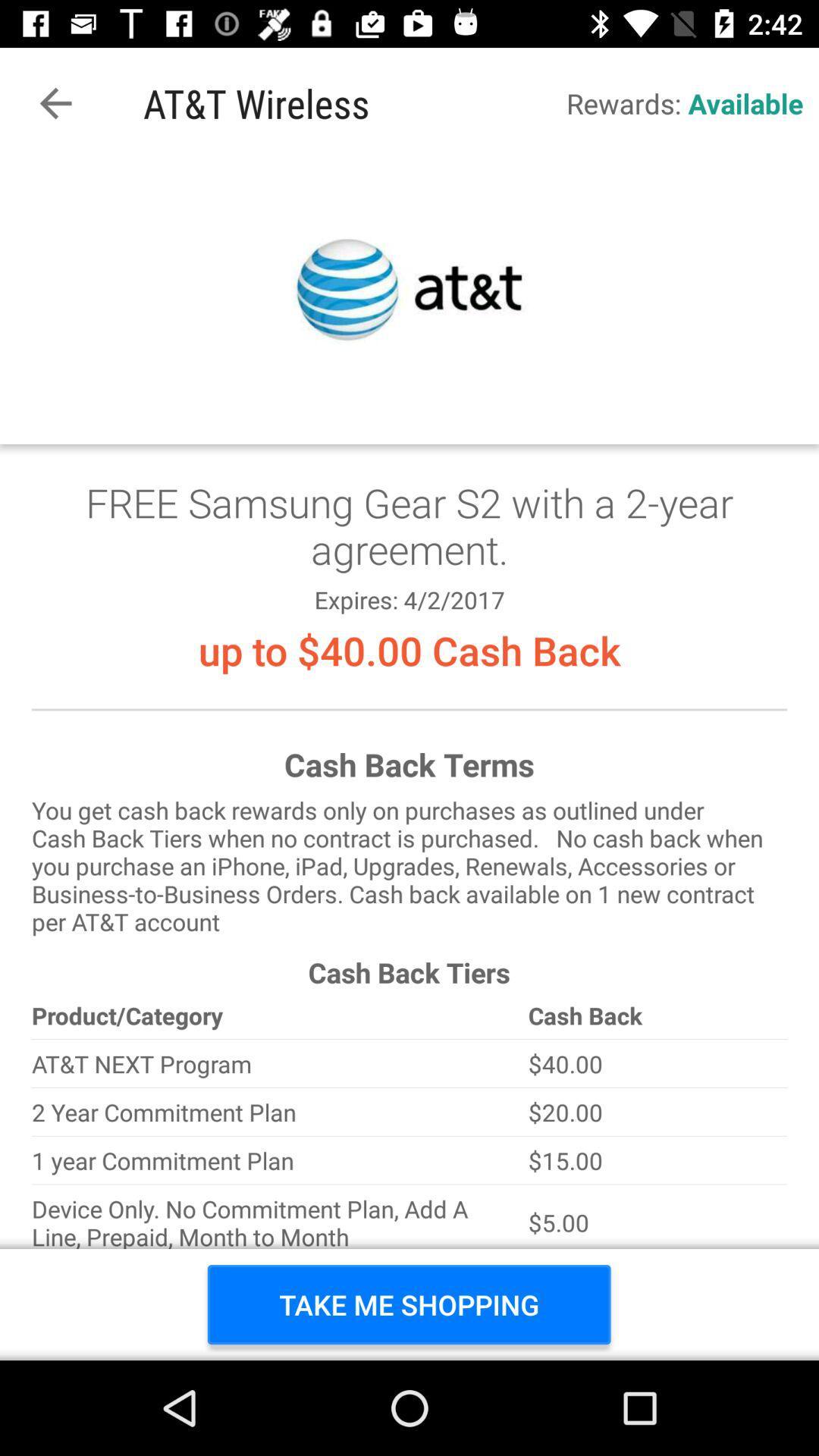  I want to click on the item below device only no icon, so click(408, 1304).